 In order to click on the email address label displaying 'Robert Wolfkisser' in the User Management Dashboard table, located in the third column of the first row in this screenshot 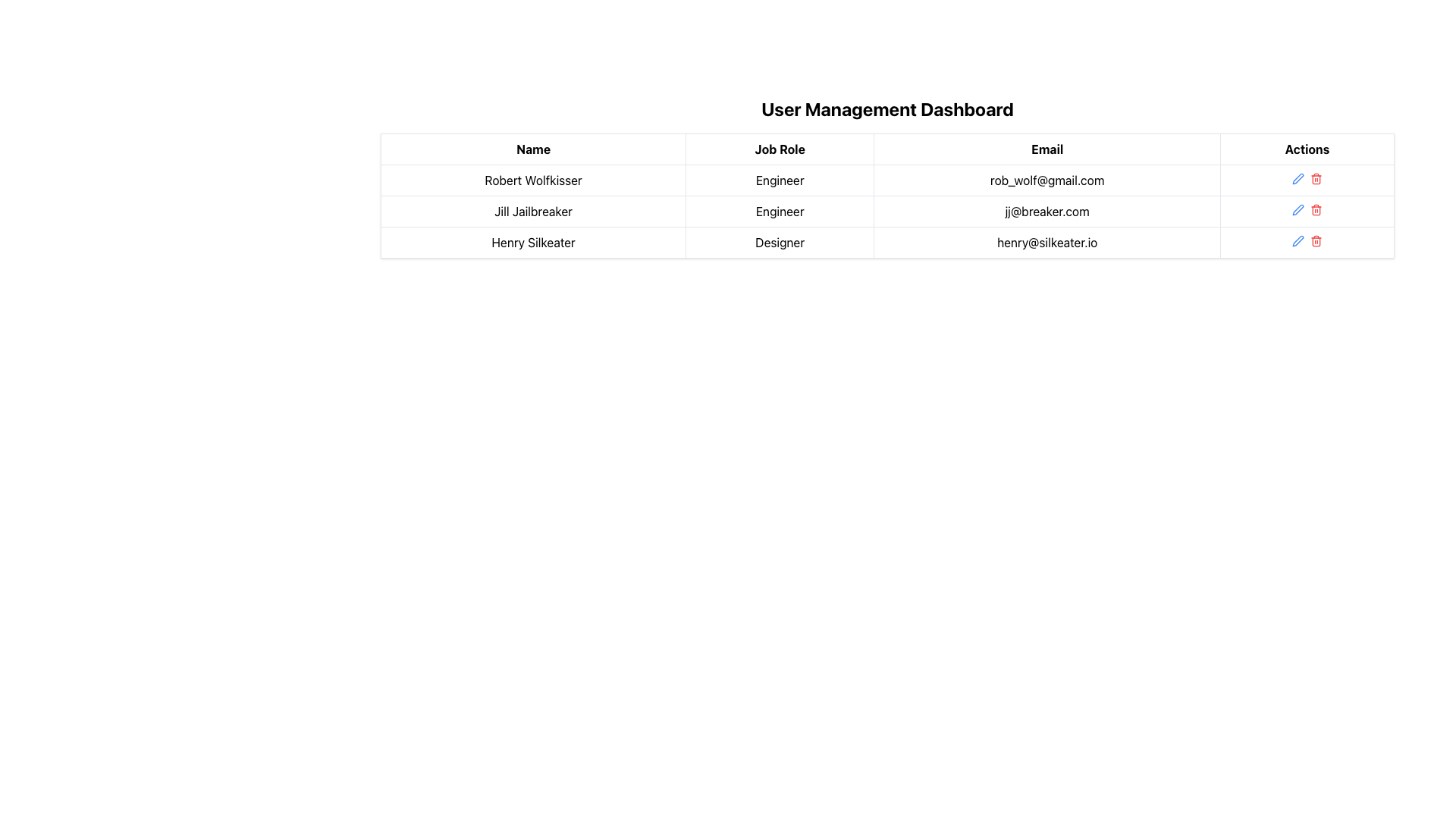, I will do `click(1046, 180)`.